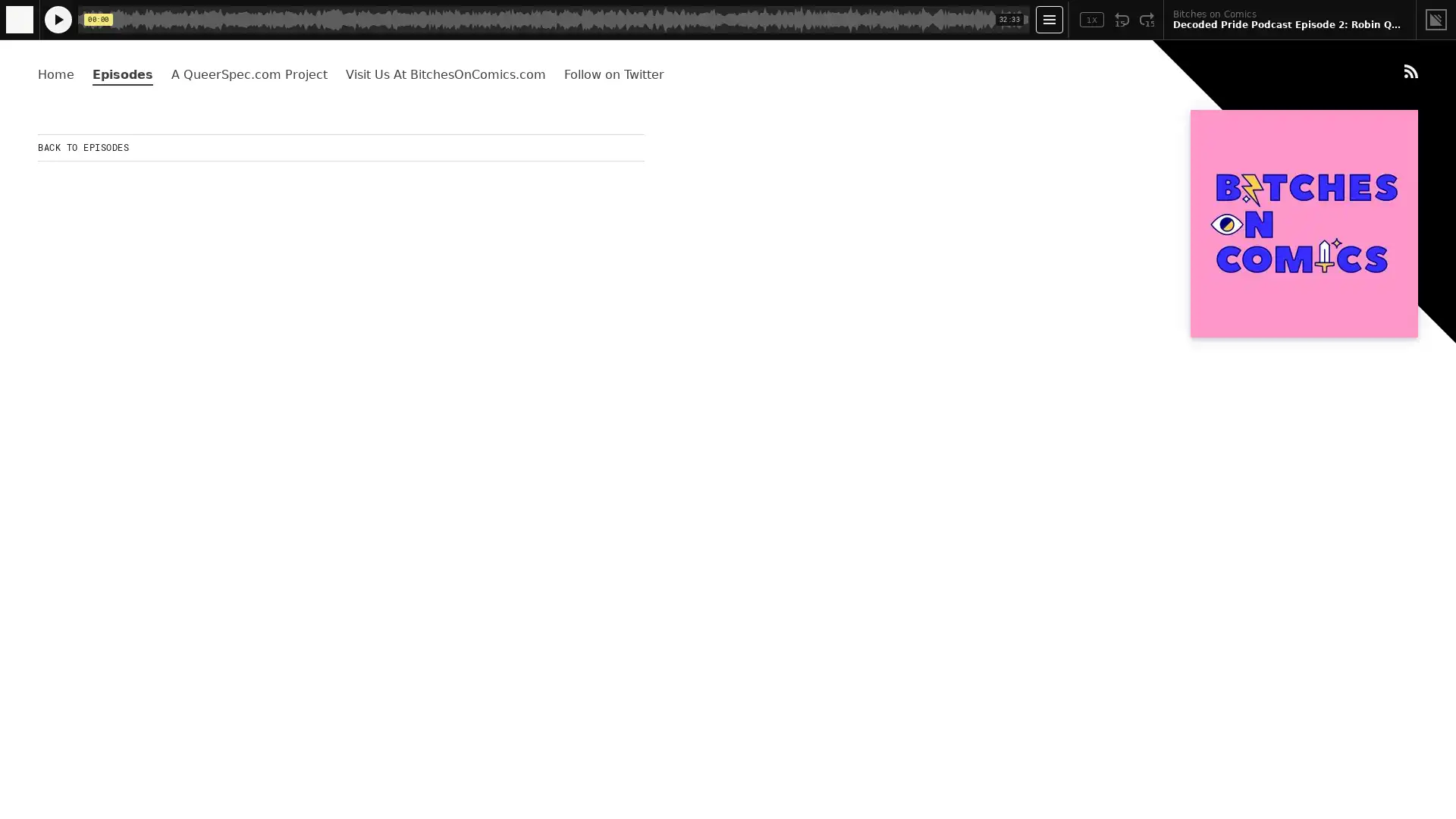 Image resolution: width=1456 pixels, height=819 pixels. What do you see at coordinates (1092, 20) in the screenshot?
I see `Toggle Speed: Current Speed 1x` at bounding box center [1092, 20].